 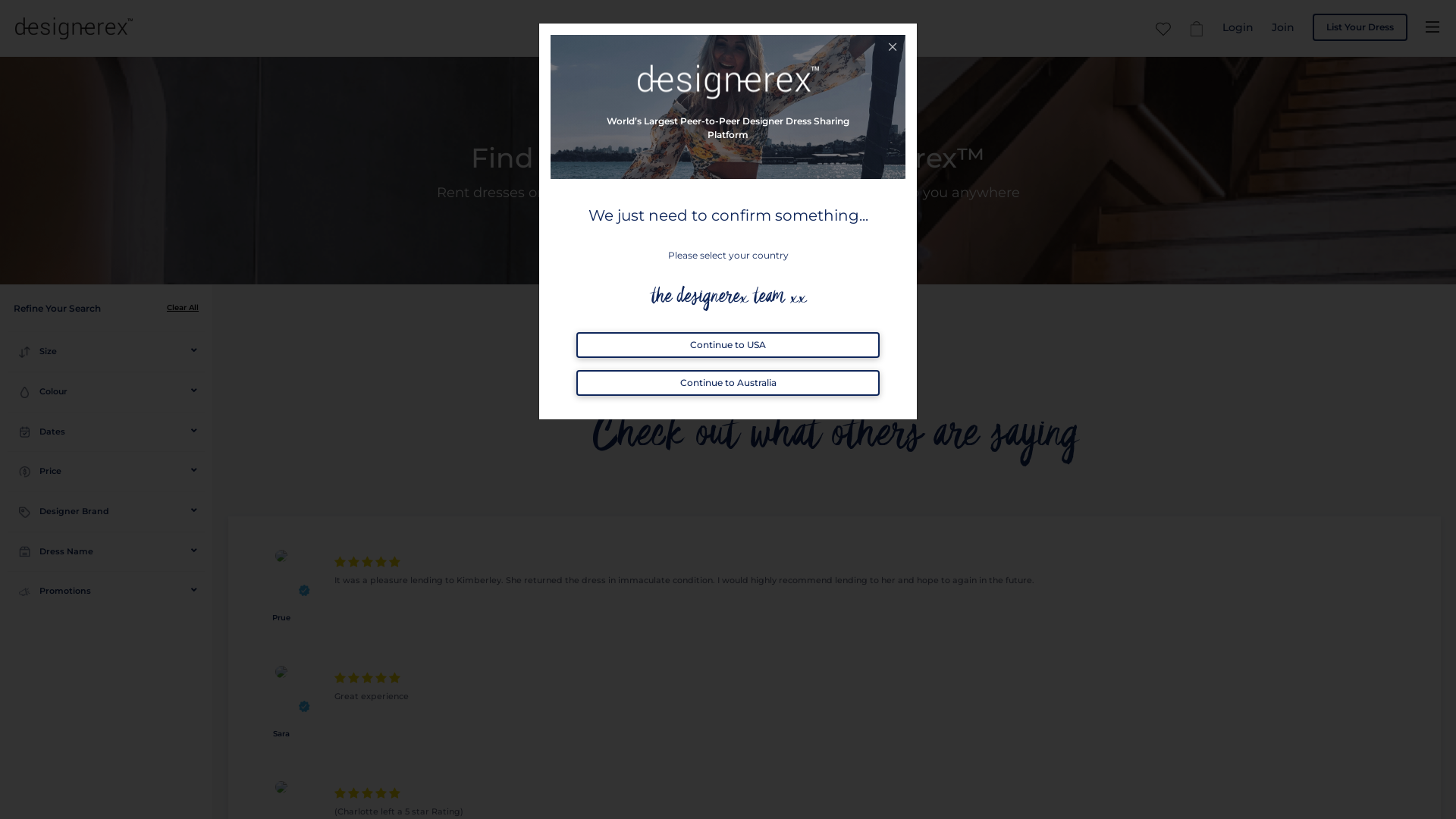 I want to click on 'List Your Dress', so click(x=1360, y=27).